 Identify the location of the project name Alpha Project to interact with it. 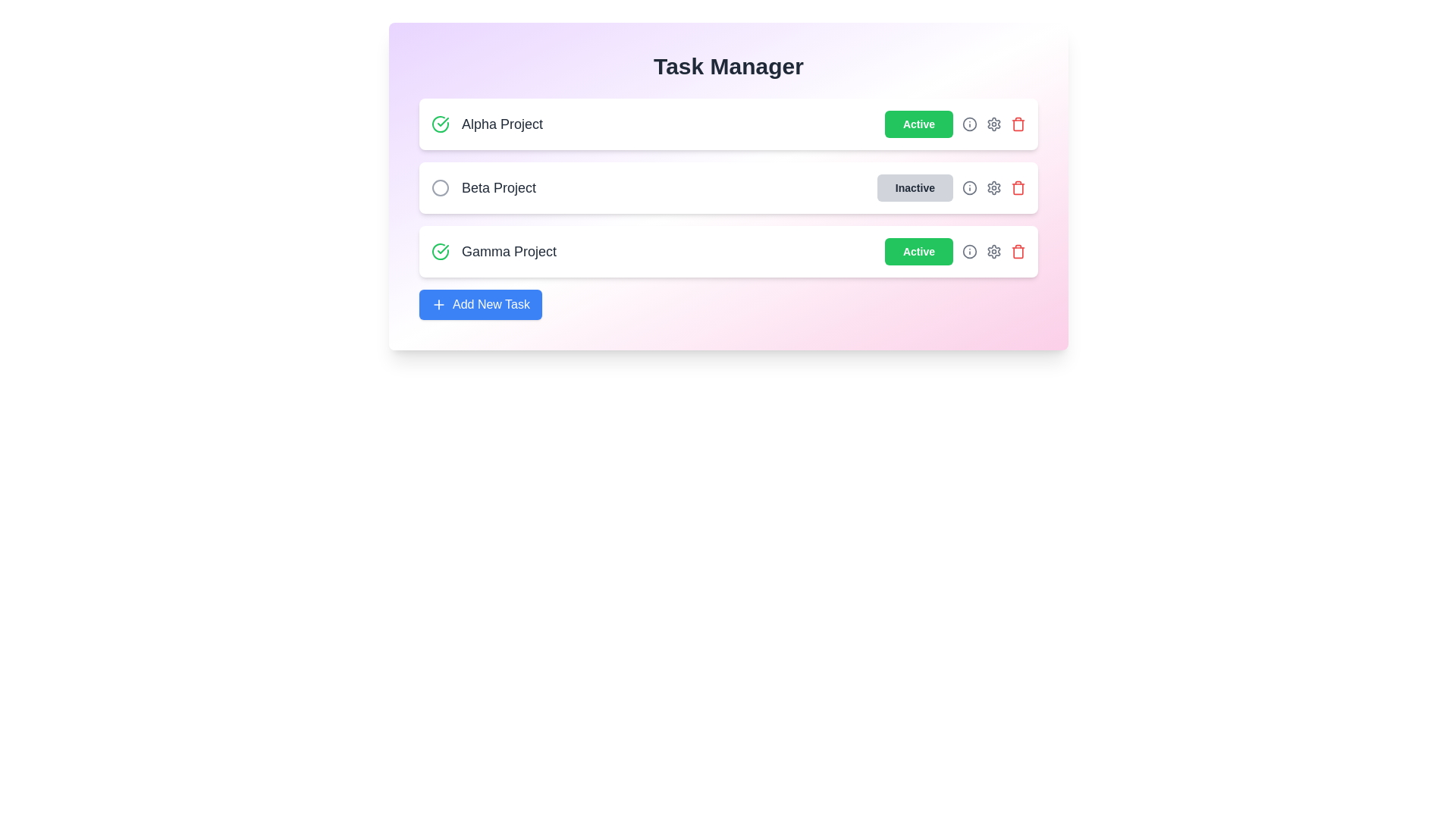
(487, 124).